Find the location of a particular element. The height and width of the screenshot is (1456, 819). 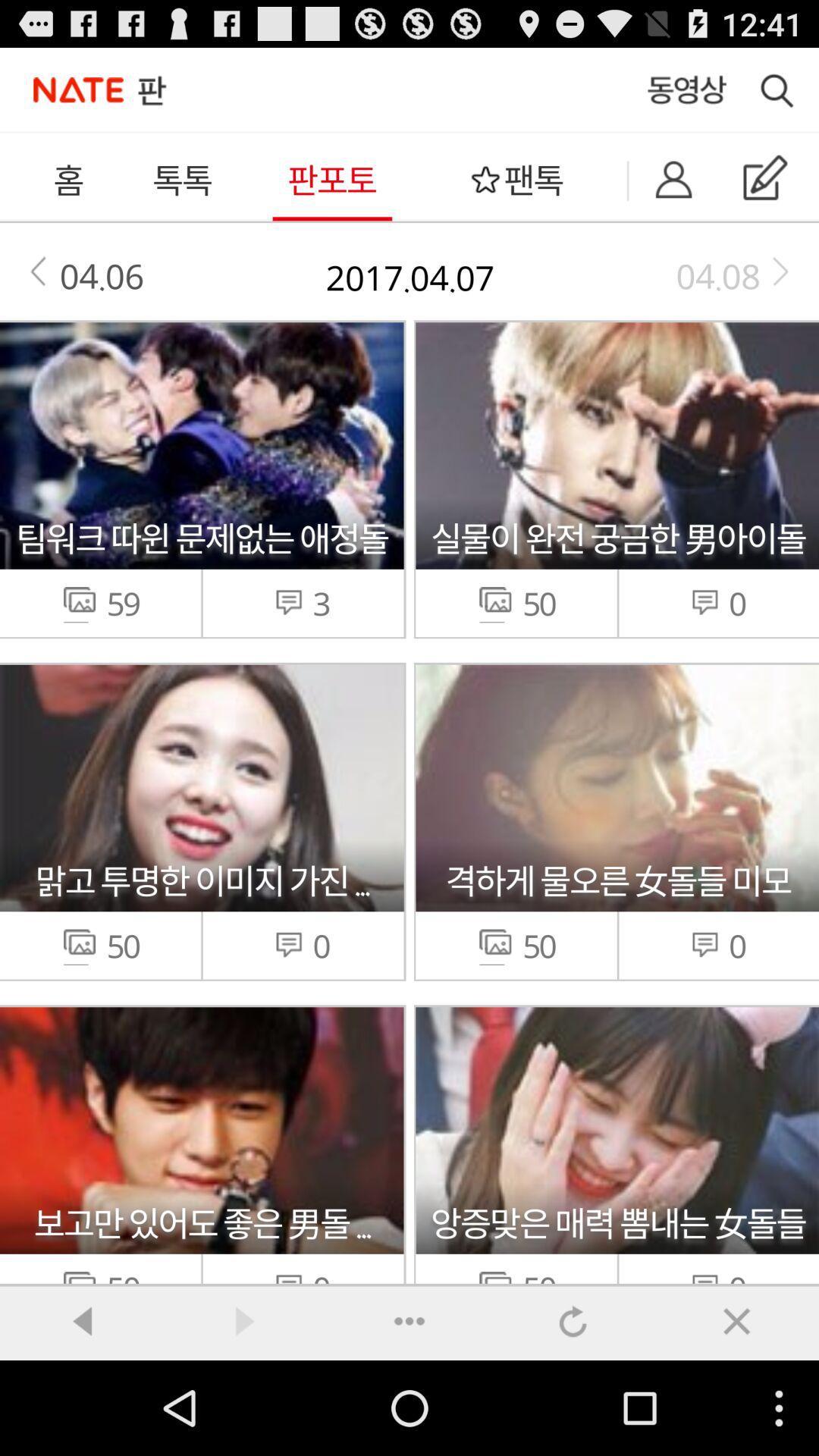

explore more menus is located at coordinates (409, 1320).